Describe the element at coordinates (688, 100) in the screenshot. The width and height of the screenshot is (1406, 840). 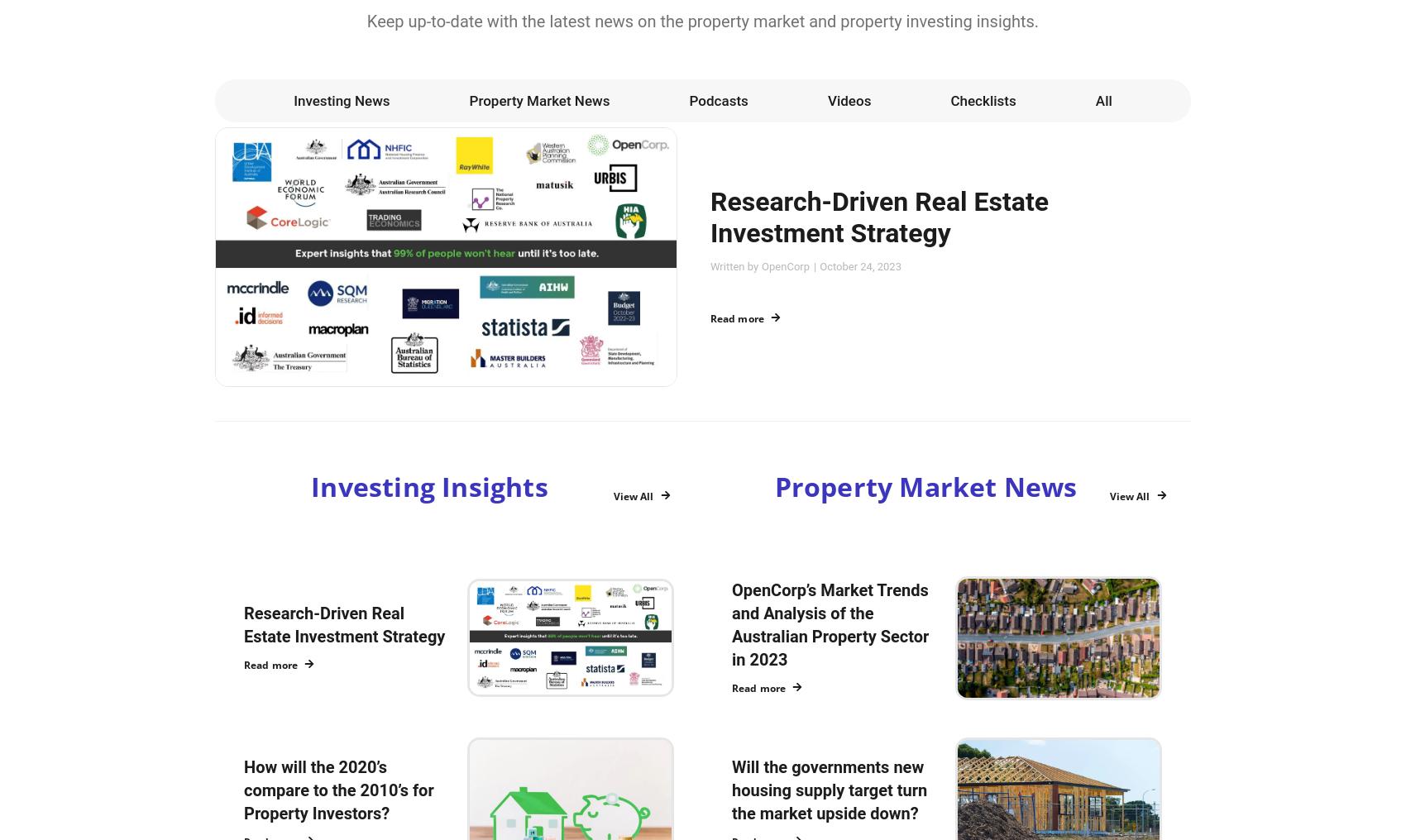
I see `'Podcasts'` at that location.